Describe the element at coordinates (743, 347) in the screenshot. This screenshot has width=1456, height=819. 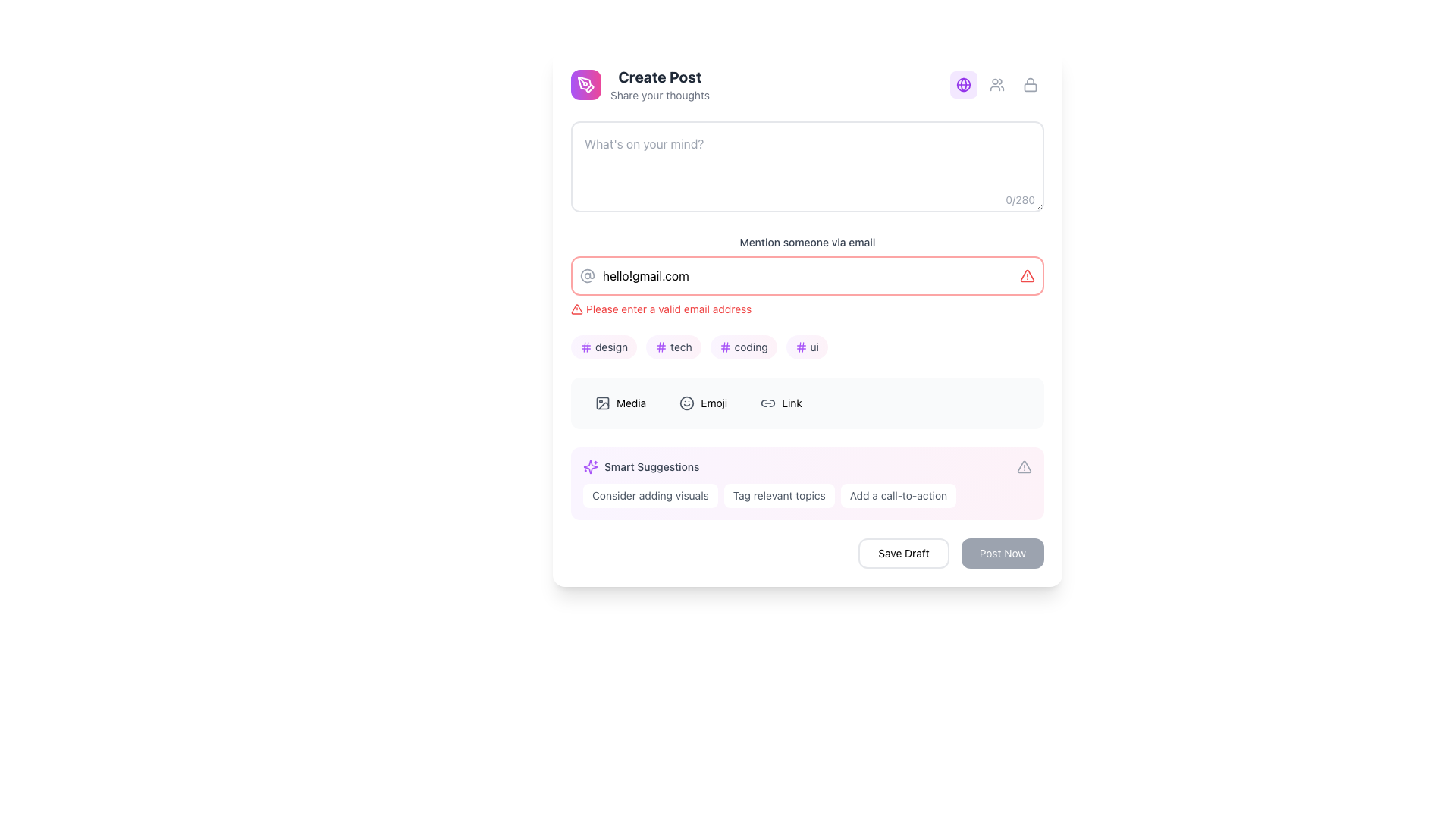
I see `the rounded capsule-shaped button labeled 'coding'` at that location.